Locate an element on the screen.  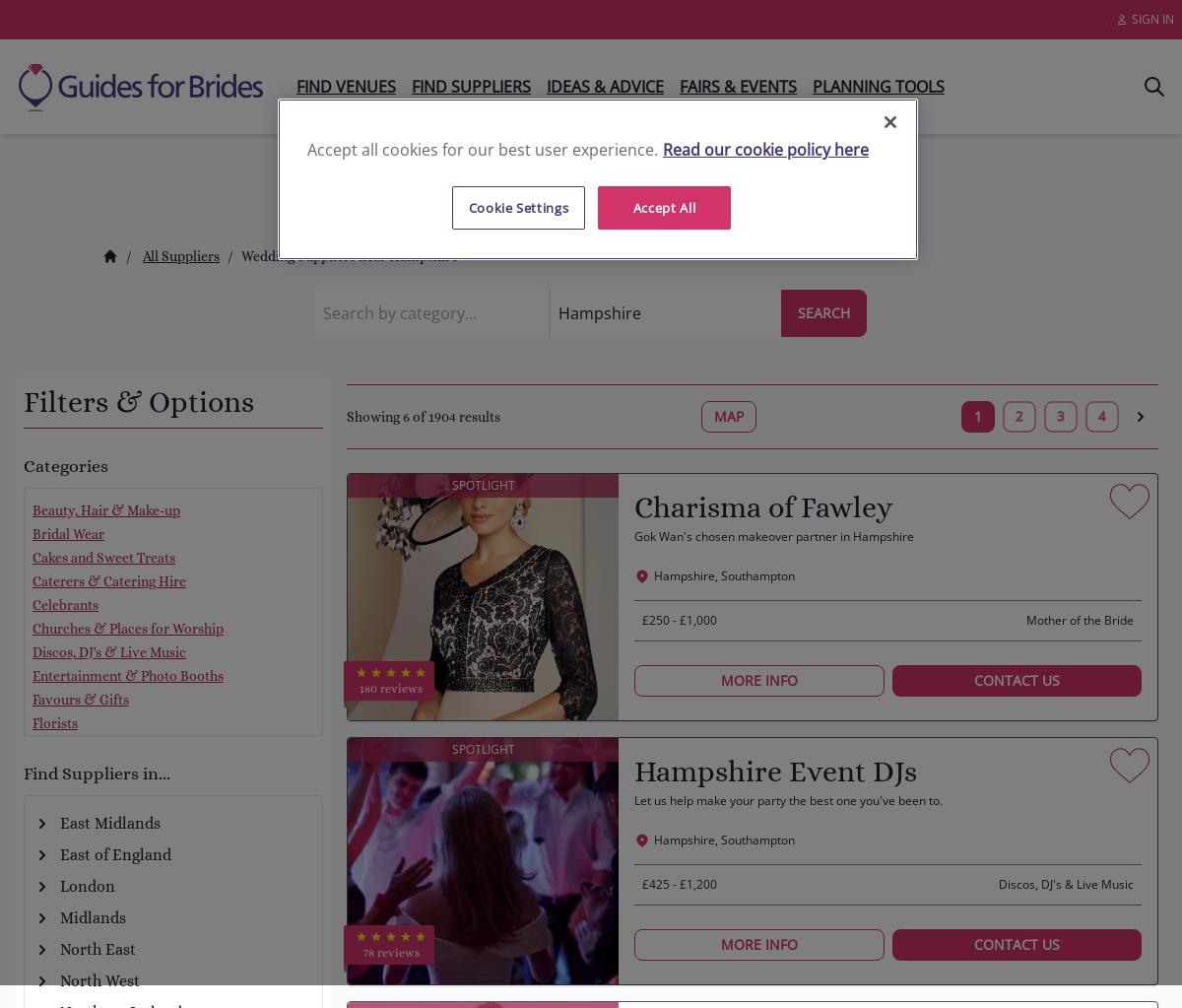
'Beauty, Hair & Make-up' is located at coordinates (106, 509).